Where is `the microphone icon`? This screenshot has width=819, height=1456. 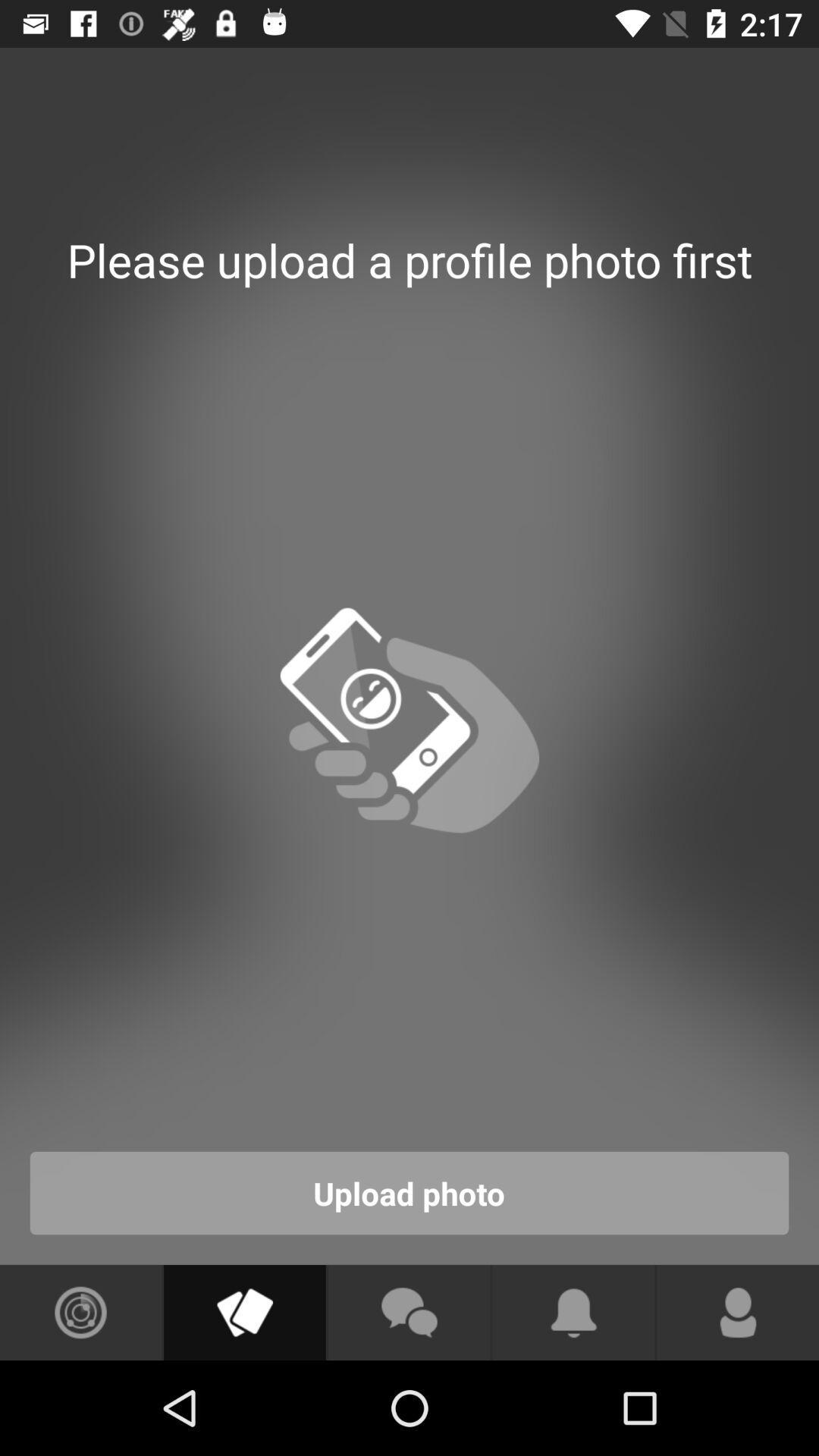
the microphone icon is located at coordinates (737, 1312).